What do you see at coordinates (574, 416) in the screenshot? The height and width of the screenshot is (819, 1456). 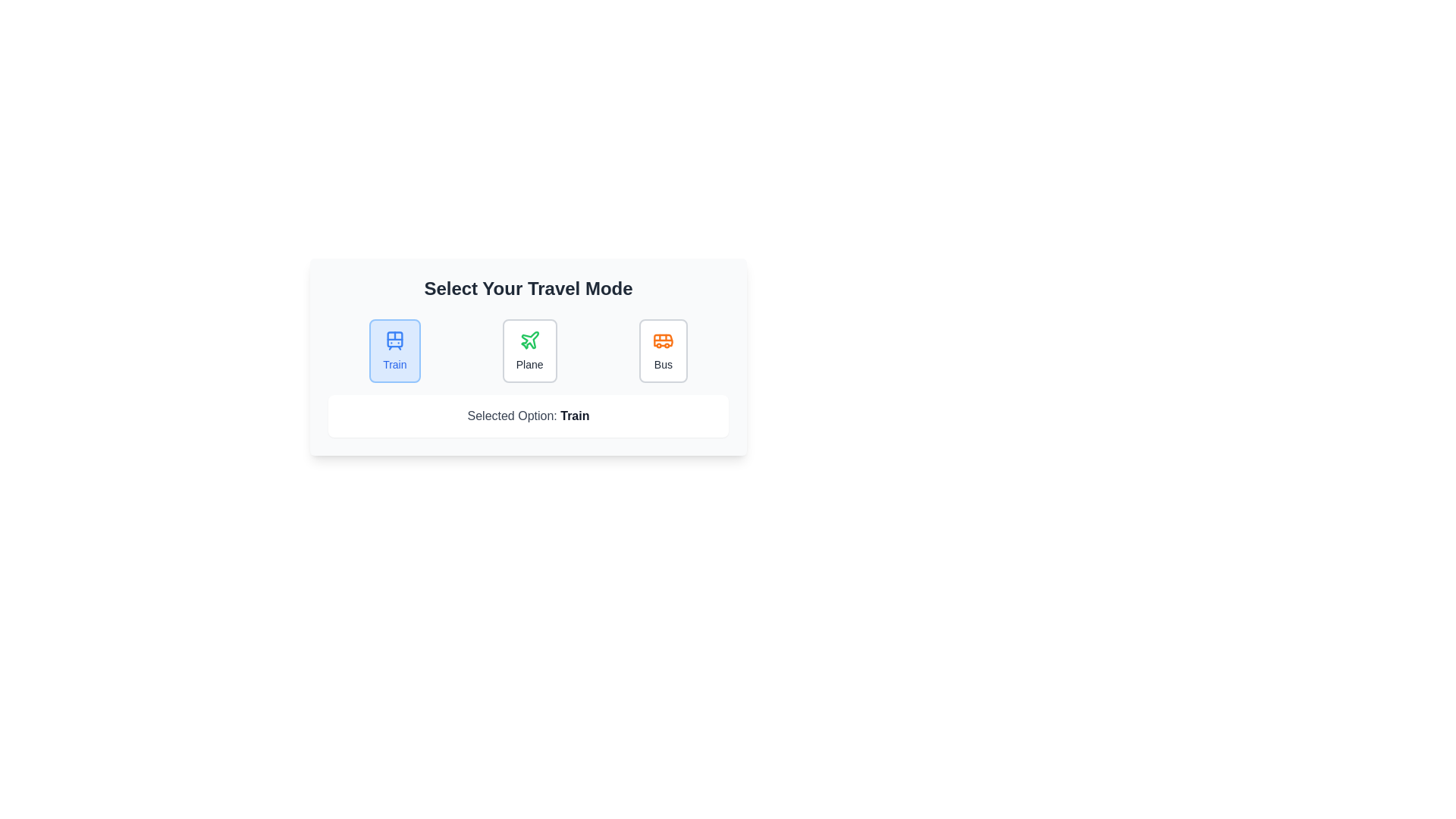 I see `bold text label displaying 'Train', which is part of the sentence 'Selected Option: Train' and is located at the end of that sentence` at bounding box center [574, 416].